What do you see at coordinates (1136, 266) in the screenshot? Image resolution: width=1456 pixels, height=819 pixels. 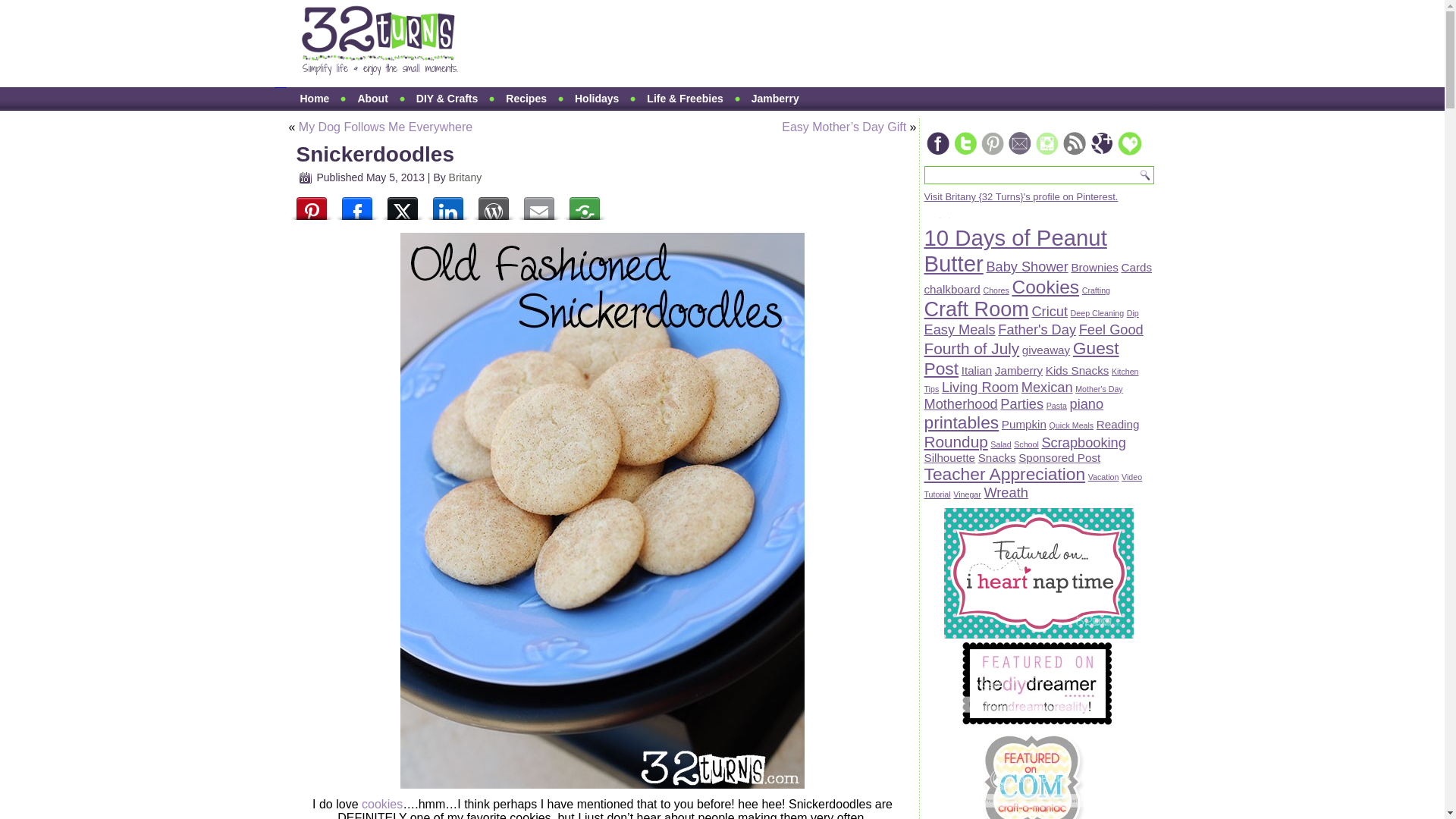 I see `'Cards'` at bounding box center [1136, 266].